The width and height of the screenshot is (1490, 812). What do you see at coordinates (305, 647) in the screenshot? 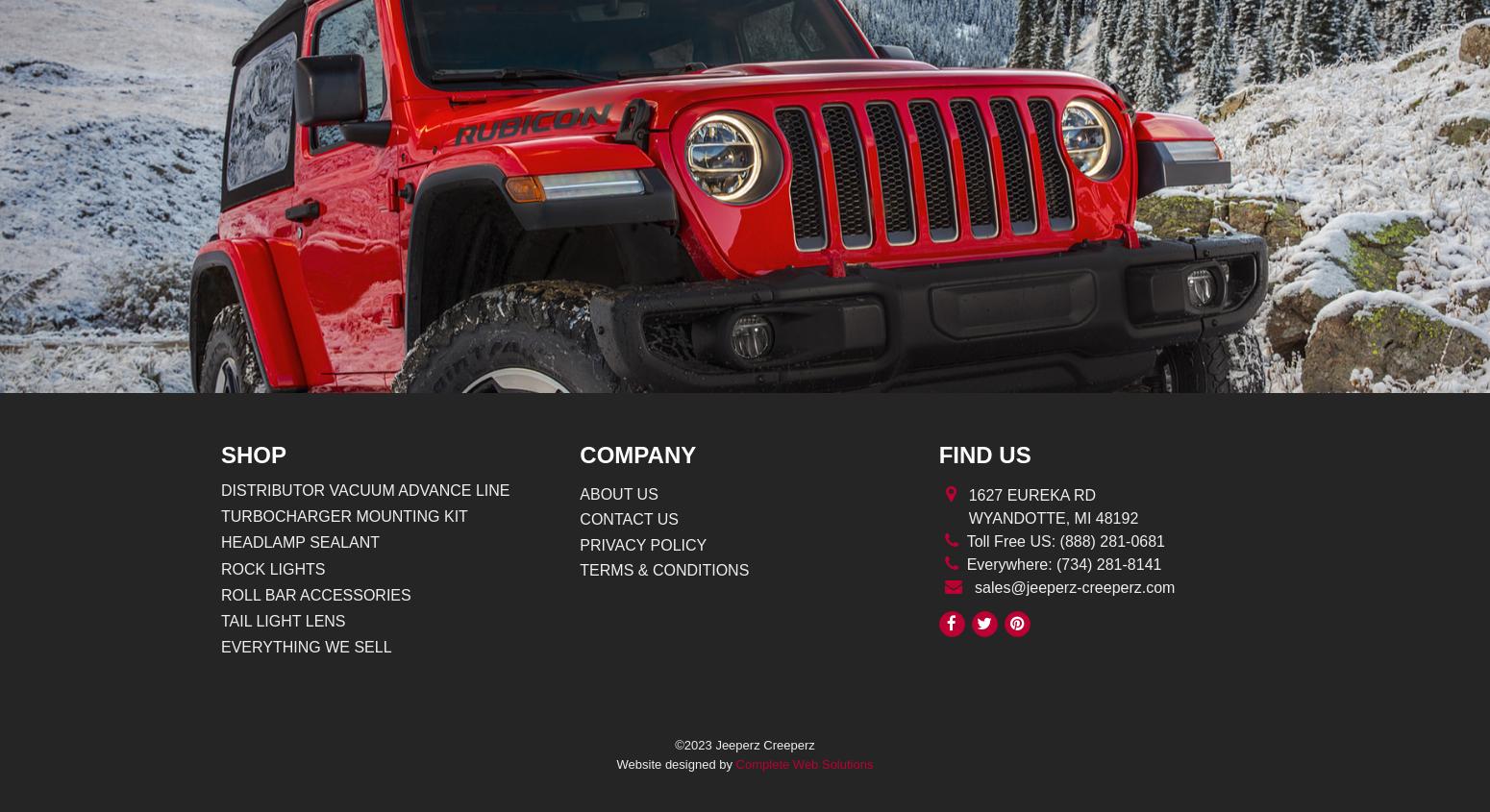
I see `'Everything We Sell'` at bounding box center [305, 647].